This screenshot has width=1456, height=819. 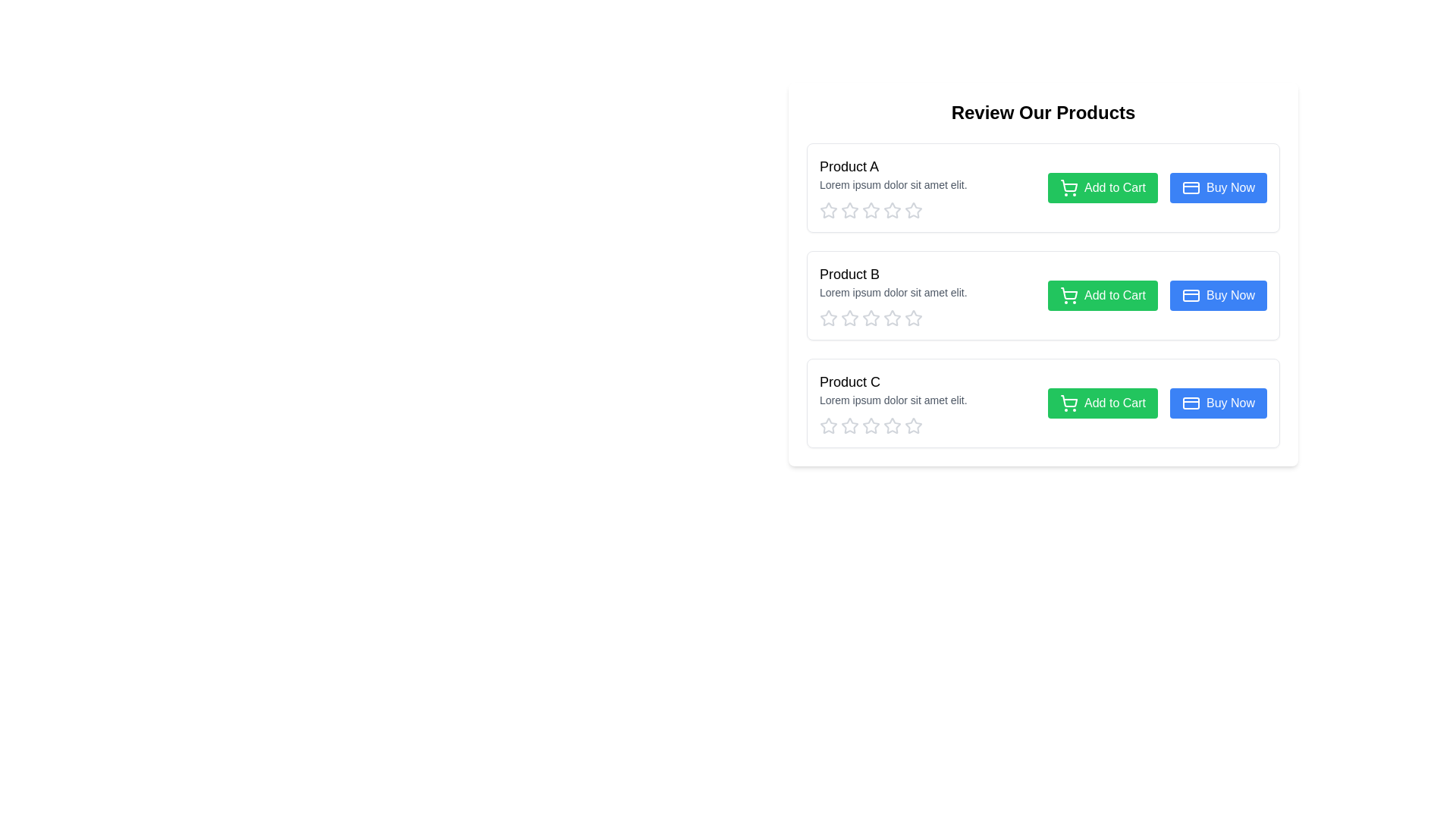 I want to click on the green 'Add to Cart' button icon representing a shopping cart, which is centered within the button of the first product listing, so click(x=1068, y=185).